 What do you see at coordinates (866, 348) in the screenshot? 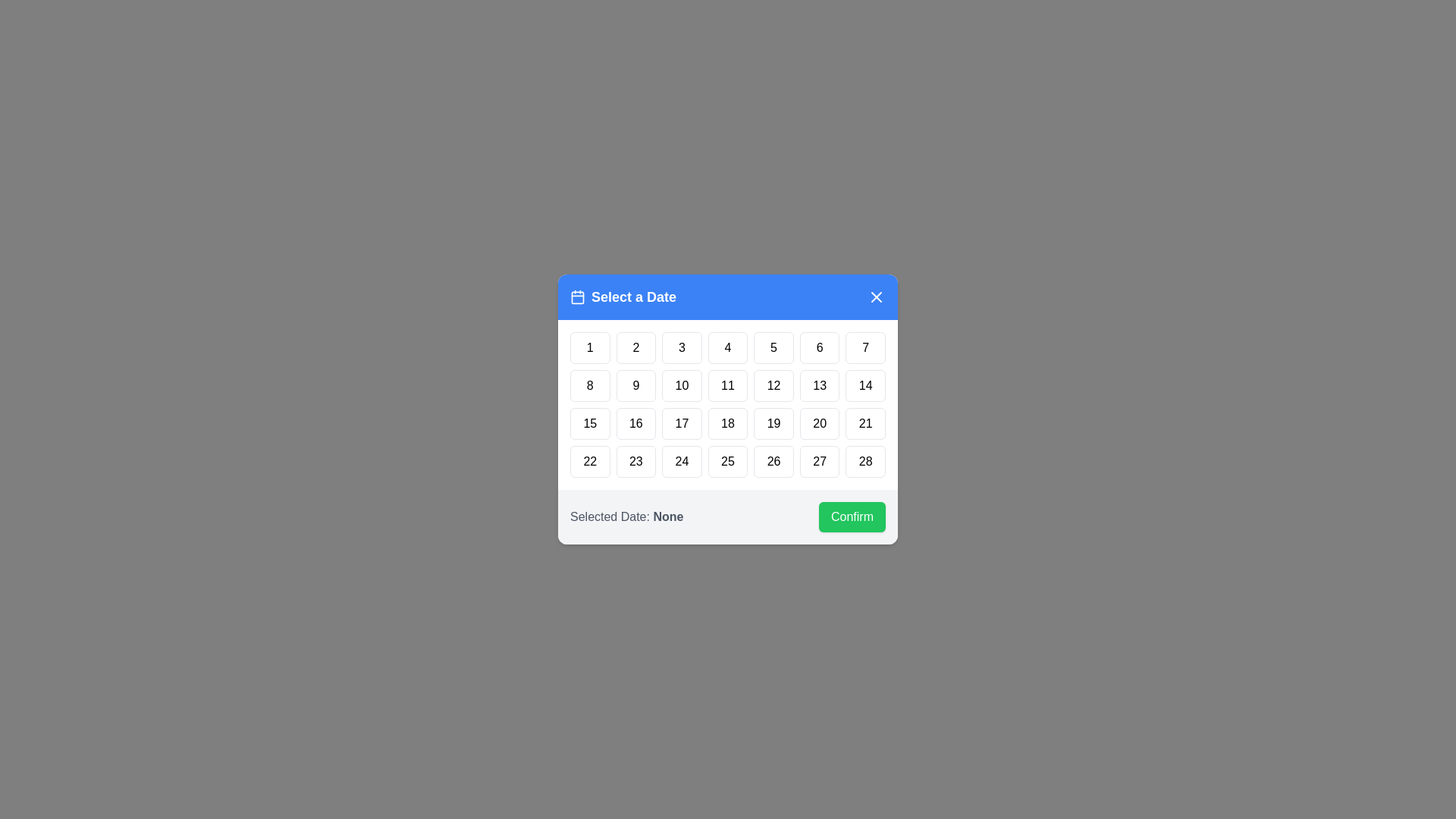
I see `the button representing the day 7 to select that date` at bounding box center [866, 348].